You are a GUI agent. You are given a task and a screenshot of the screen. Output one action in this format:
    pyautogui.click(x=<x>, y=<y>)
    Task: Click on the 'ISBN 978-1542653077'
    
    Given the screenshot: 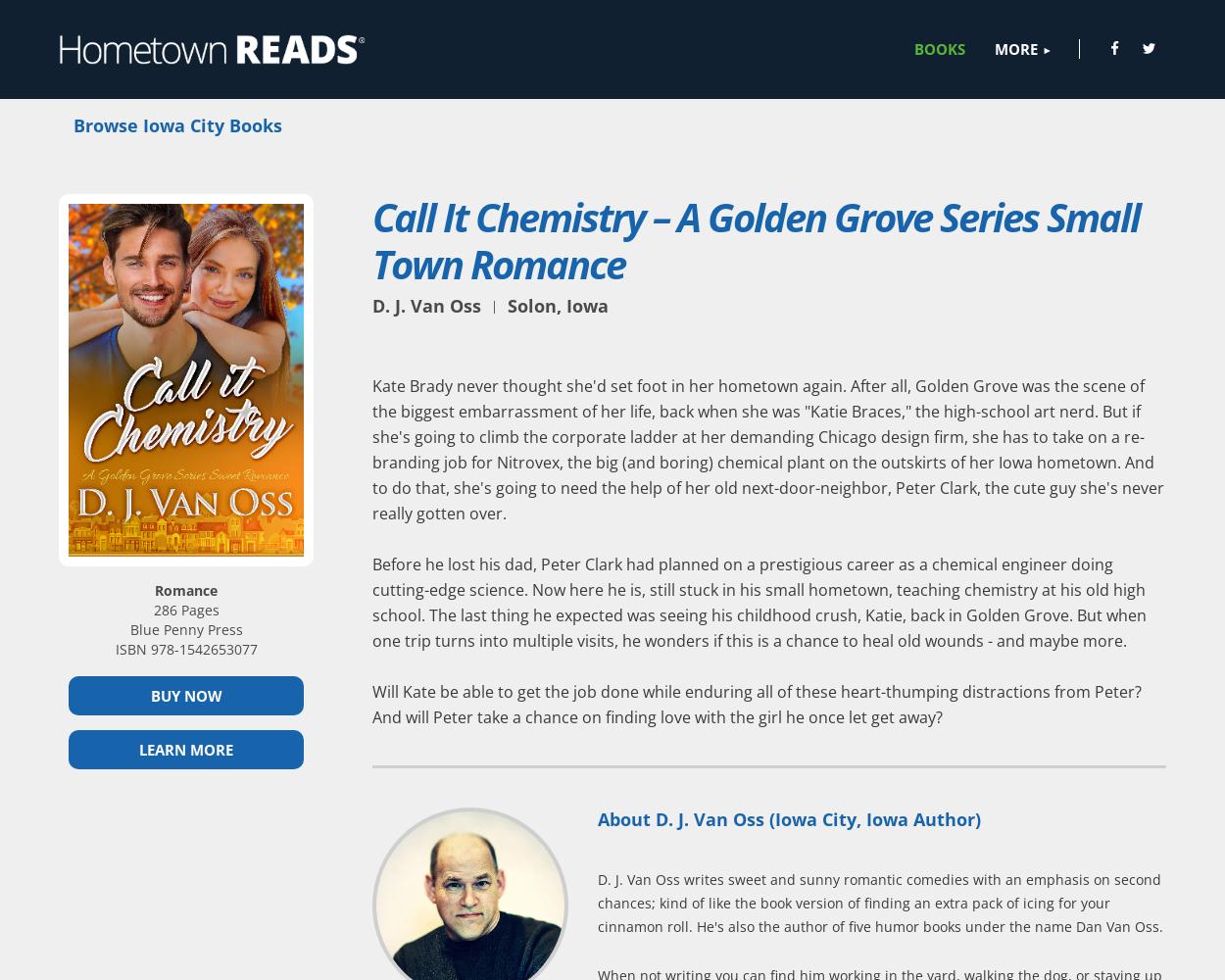 What is the action you would take?
    pyautogui.click(x=184, y=648)
    